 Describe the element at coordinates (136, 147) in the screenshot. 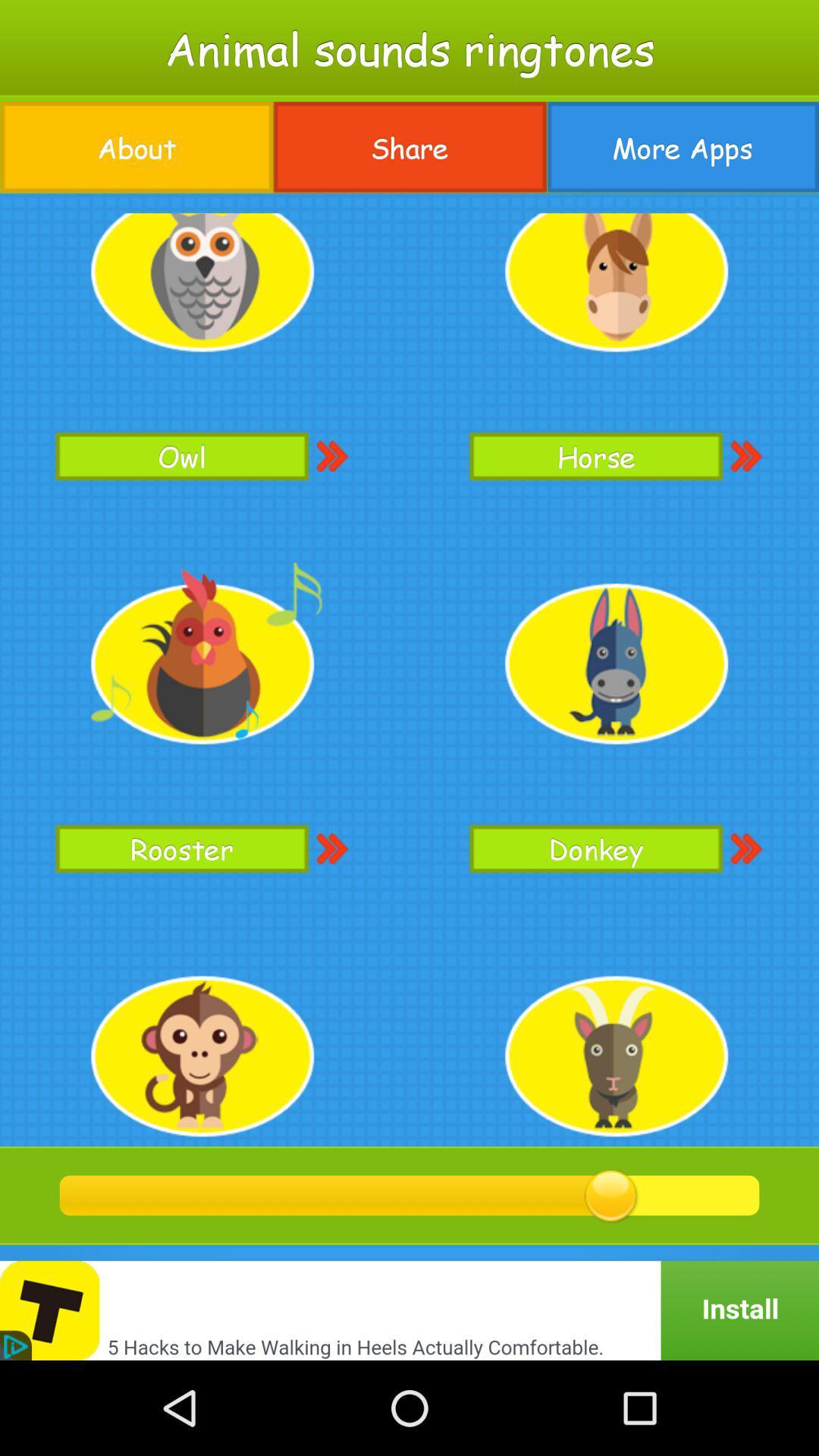

I see `the app below animal sounds ringtones` at that location.